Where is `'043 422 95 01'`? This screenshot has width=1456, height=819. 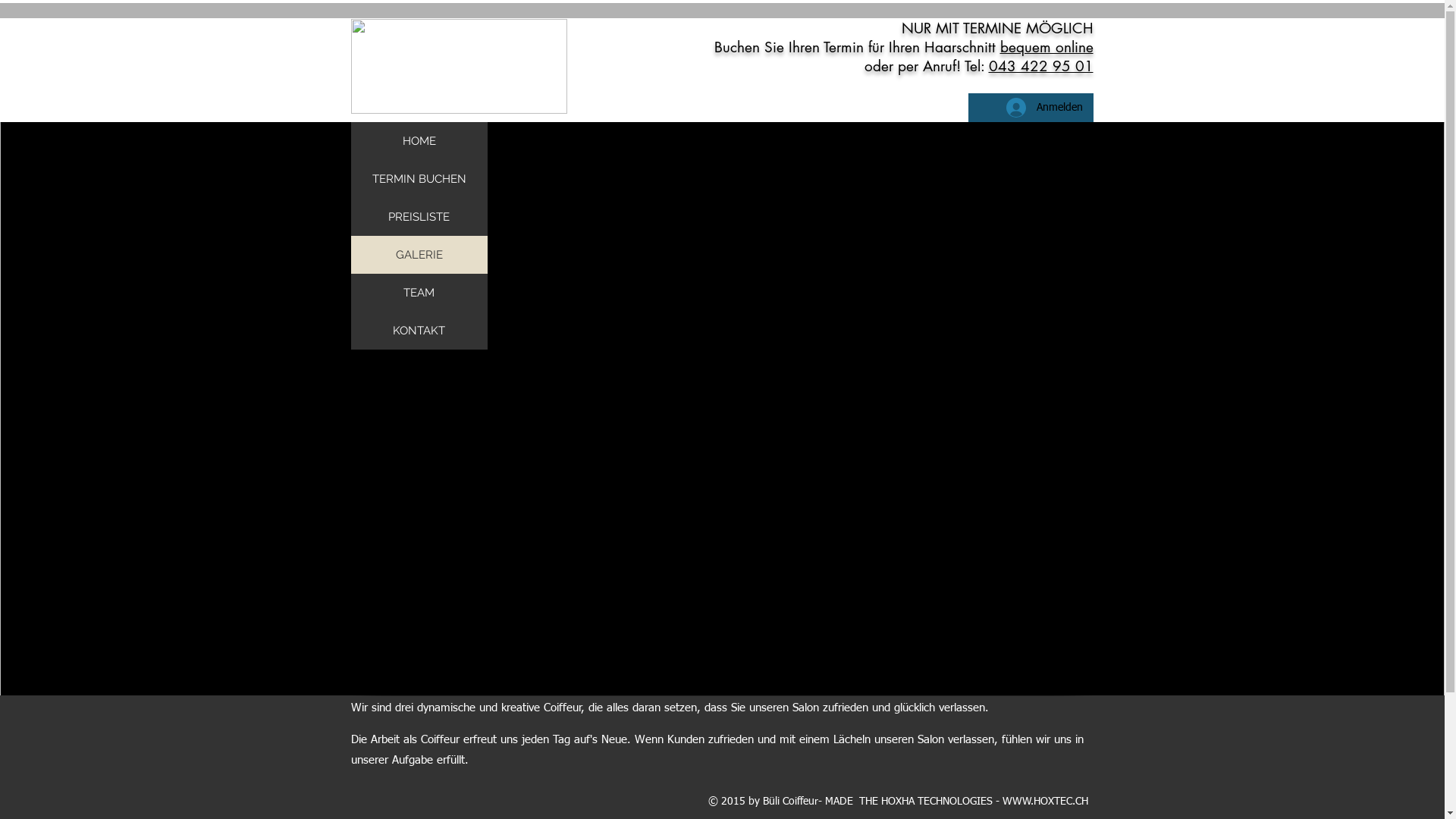
'043 422 95 01' is located at coordinates (989, 65).